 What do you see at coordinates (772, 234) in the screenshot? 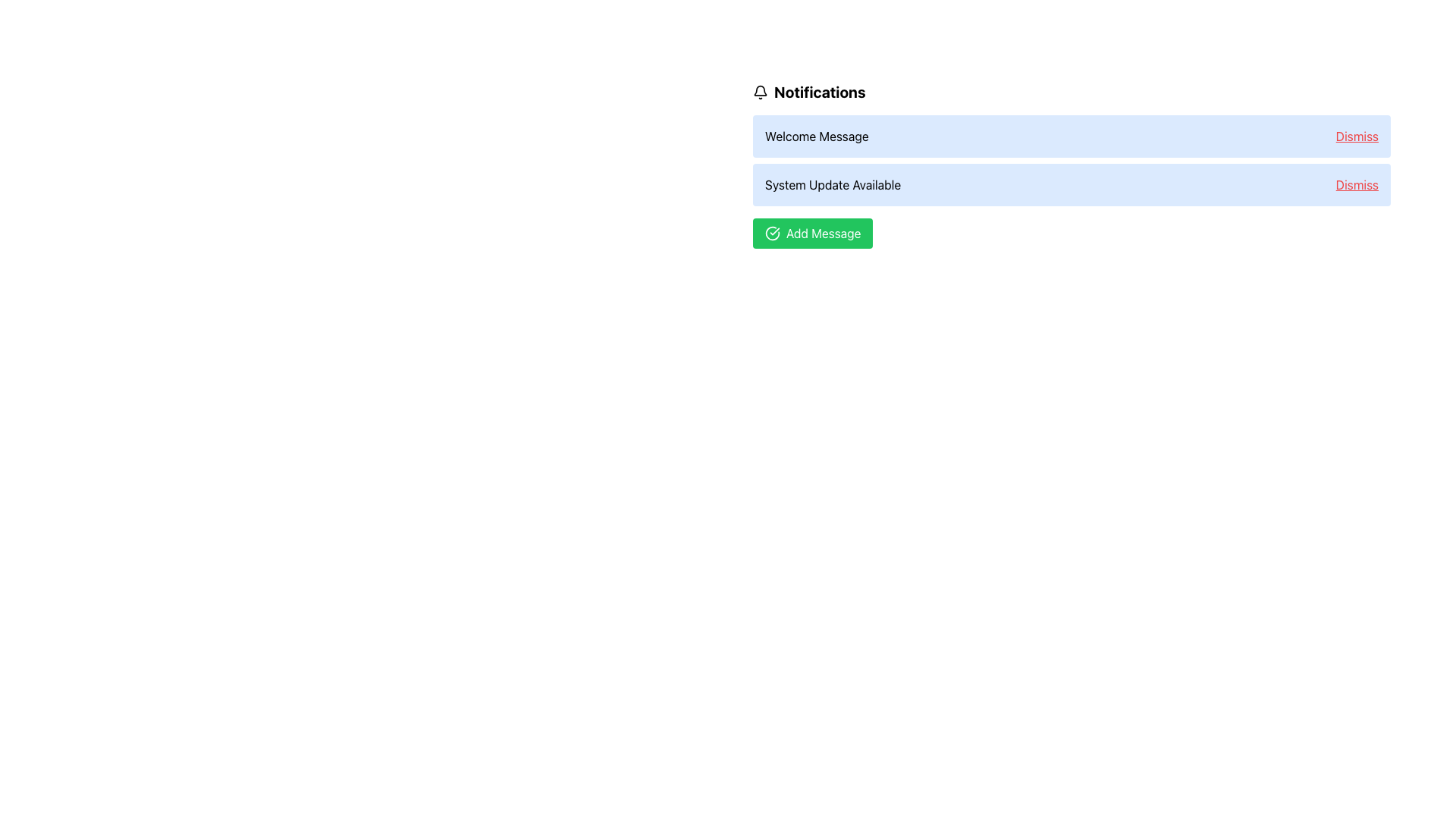
I see `the circular green checkmark icon located to the left of the 'Add Message' text, which is part of a green button below the main notification list` at bounding box center [772, 234].